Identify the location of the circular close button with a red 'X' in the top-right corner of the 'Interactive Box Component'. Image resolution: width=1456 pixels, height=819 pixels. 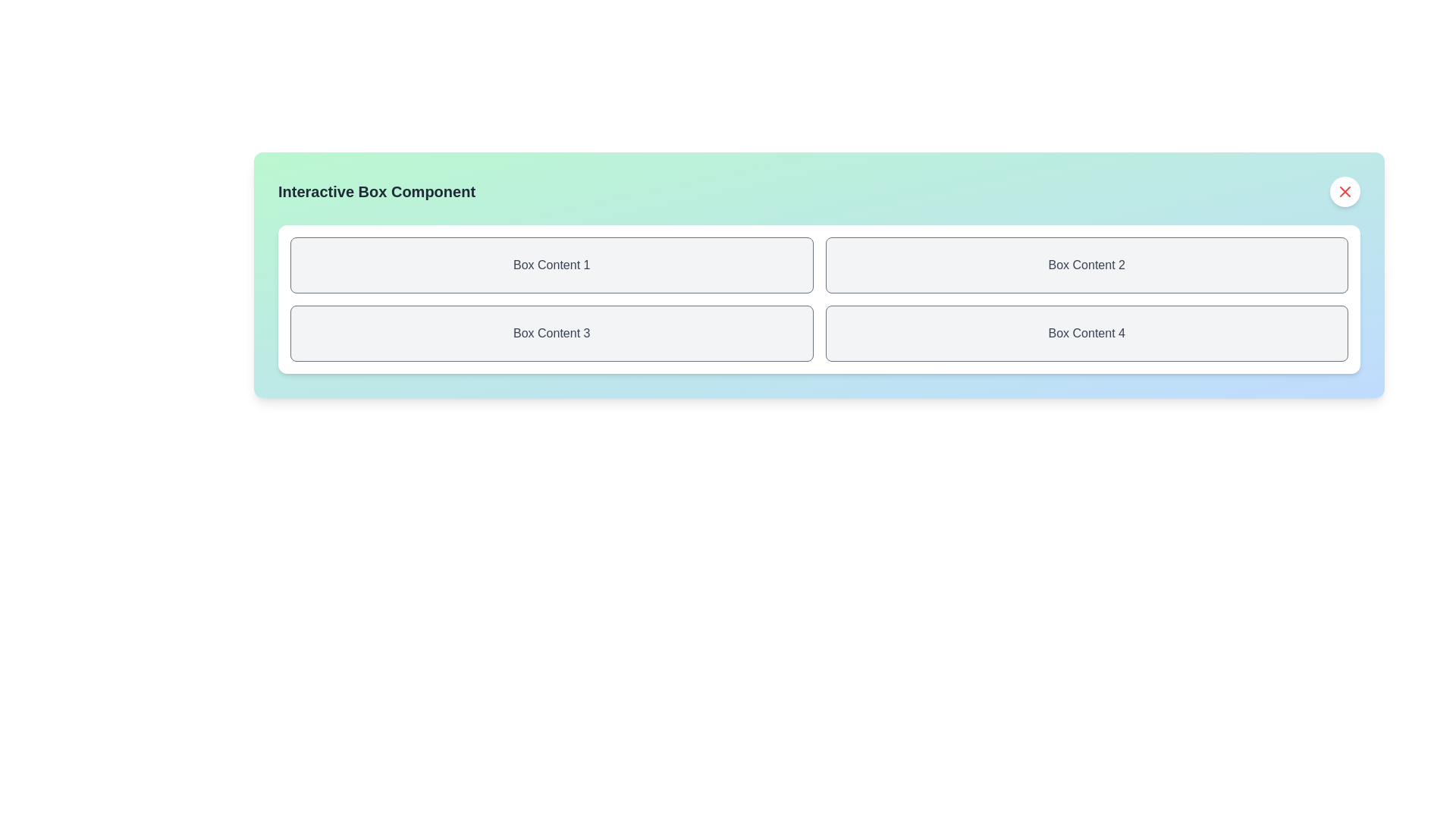
(1345, 191).